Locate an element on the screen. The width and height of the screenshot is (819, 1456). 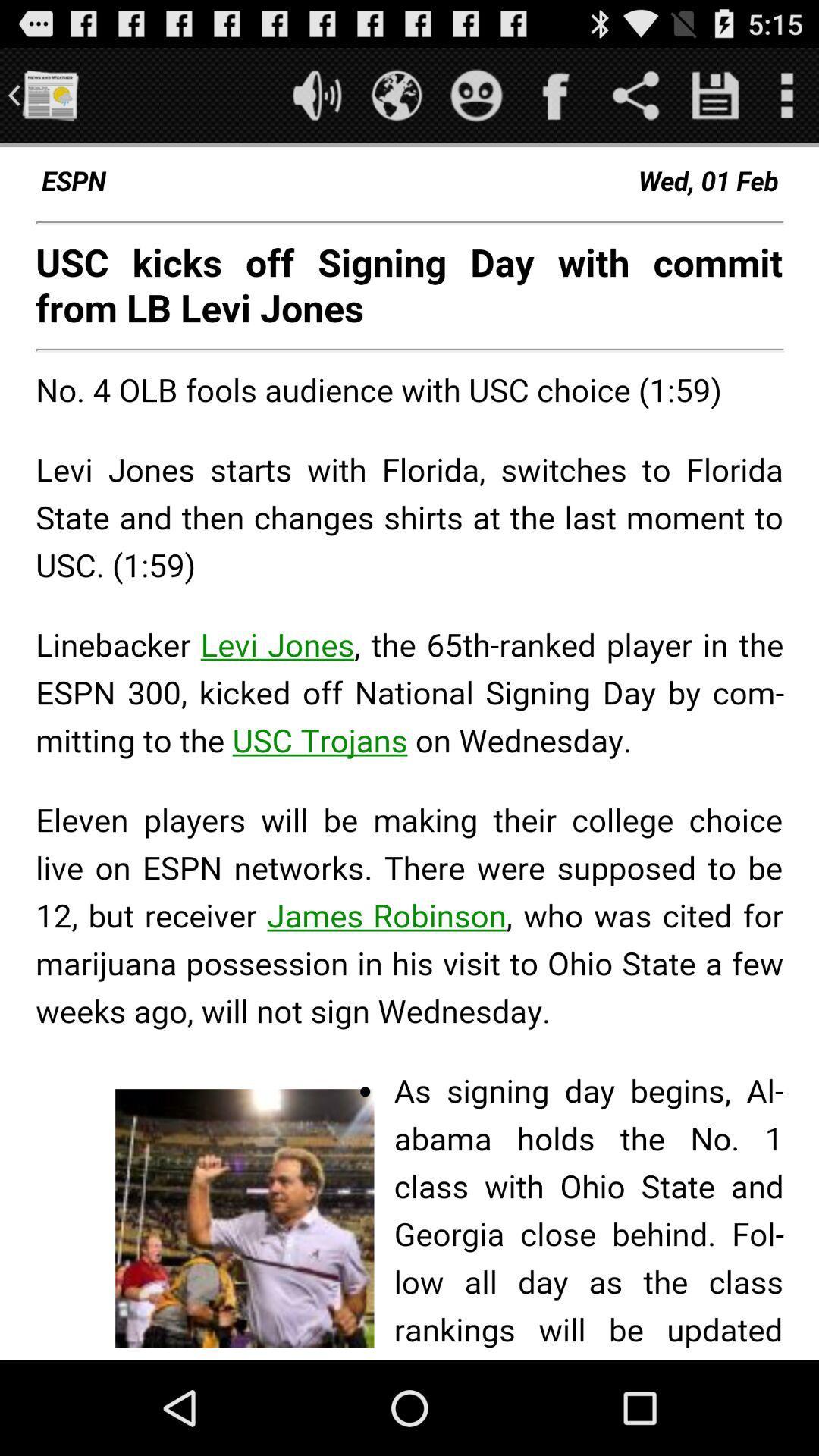
news is located at coordinates (49, 94).